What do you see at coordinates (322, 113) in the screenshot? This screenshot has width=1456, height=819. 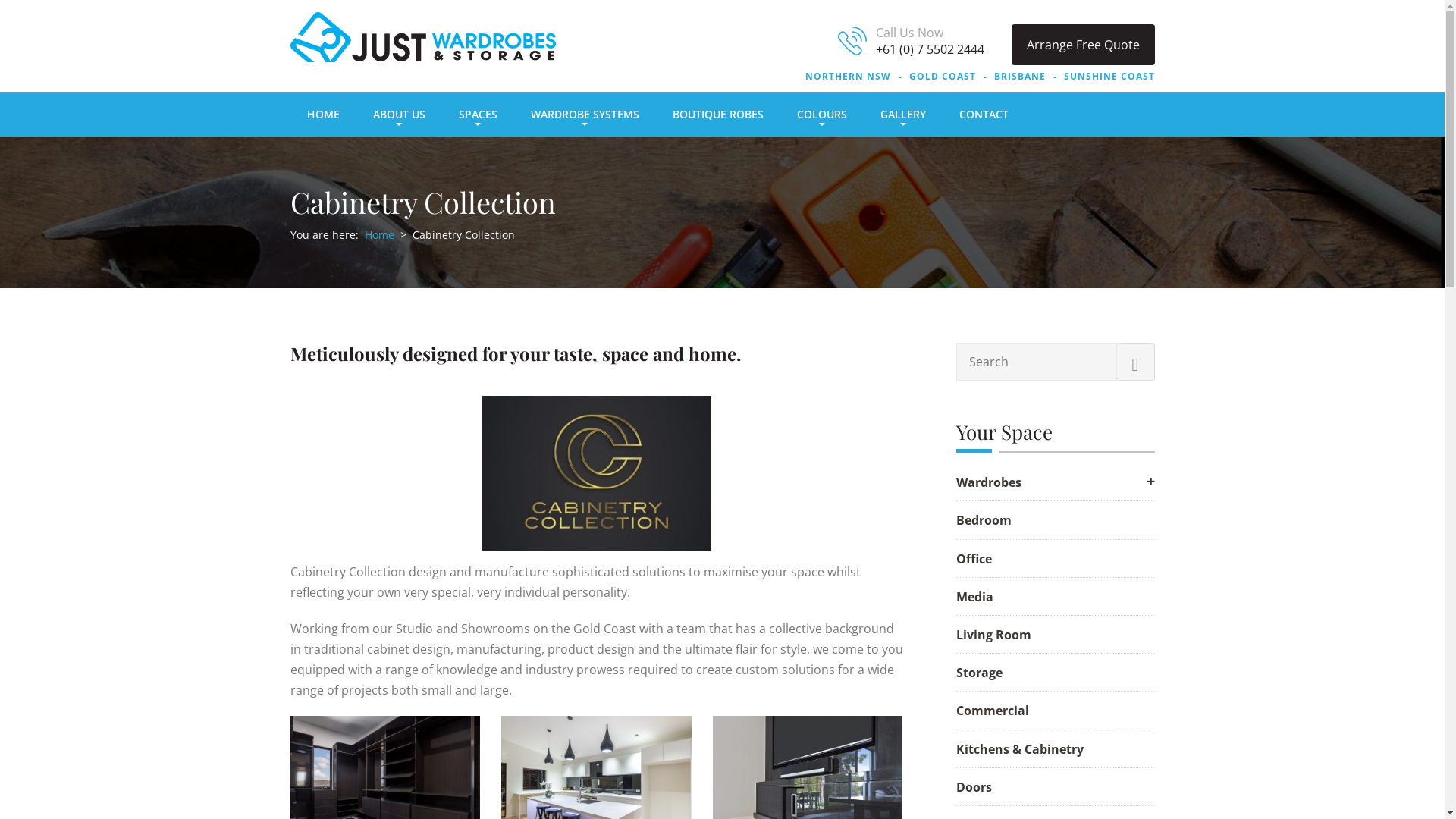 I see `'HOME'` at bounding box center [322, 113].